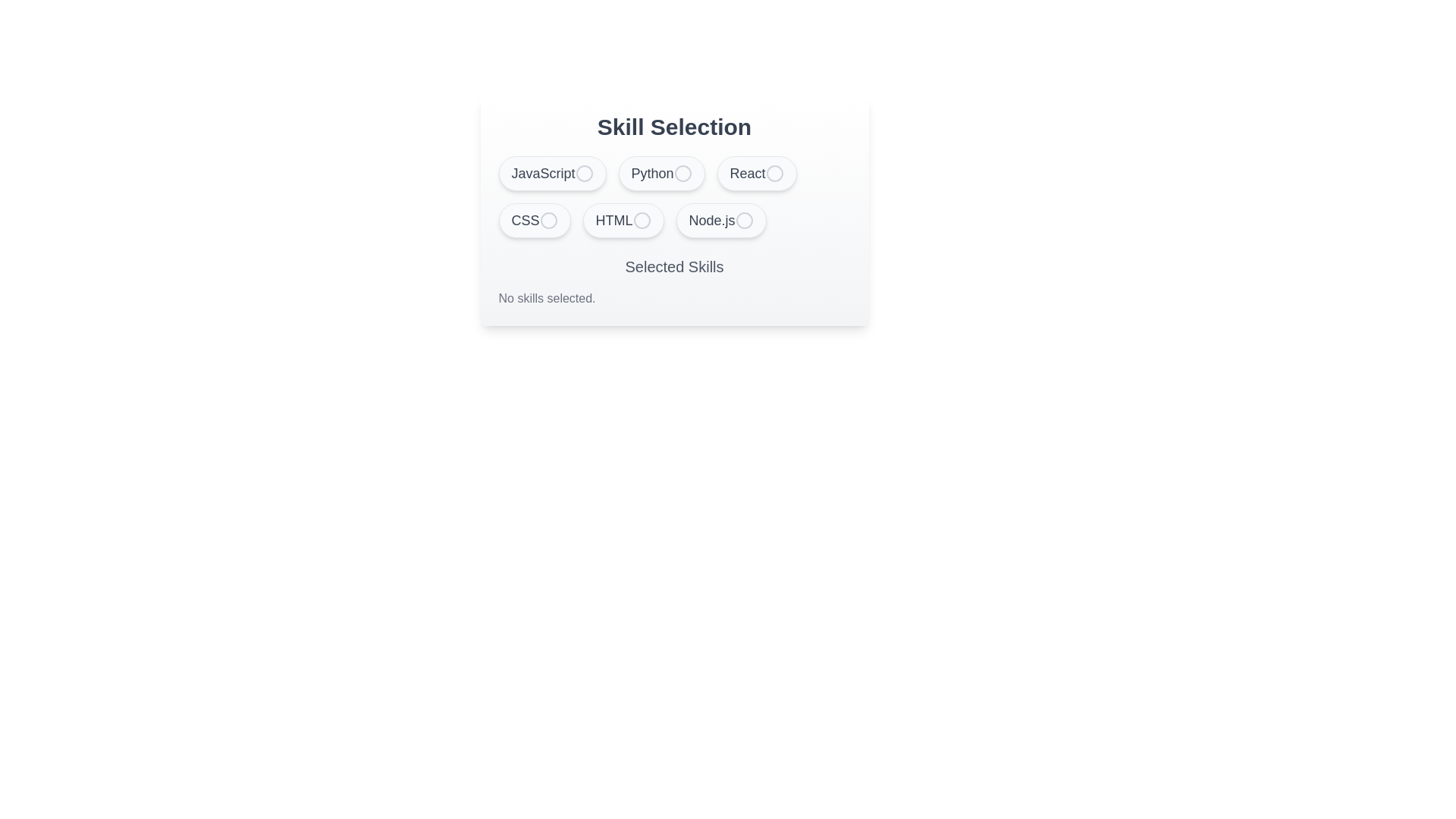 The image size is (1456, 819). What do you see at coordinates (548, 220) in the screenshot?
I see `the state of the SVG-based circular indicator located near the 'CSS' label in the second row of the 'Skill Selection' section` at bounding box center [548, 220].